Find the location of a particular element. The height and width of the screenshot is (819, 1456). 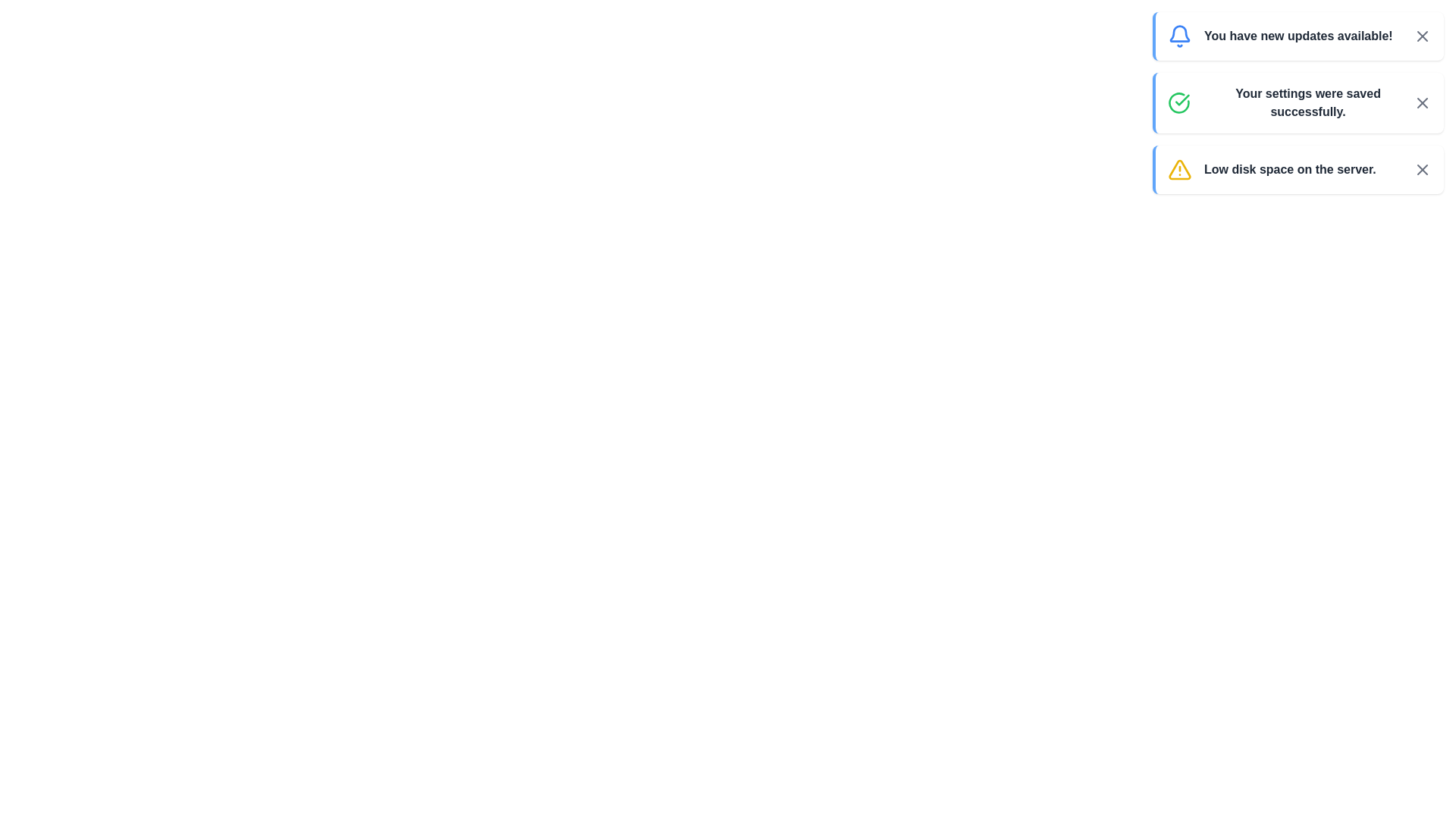

the icon representing the message type: warning is located at coordinates (1178, 169).